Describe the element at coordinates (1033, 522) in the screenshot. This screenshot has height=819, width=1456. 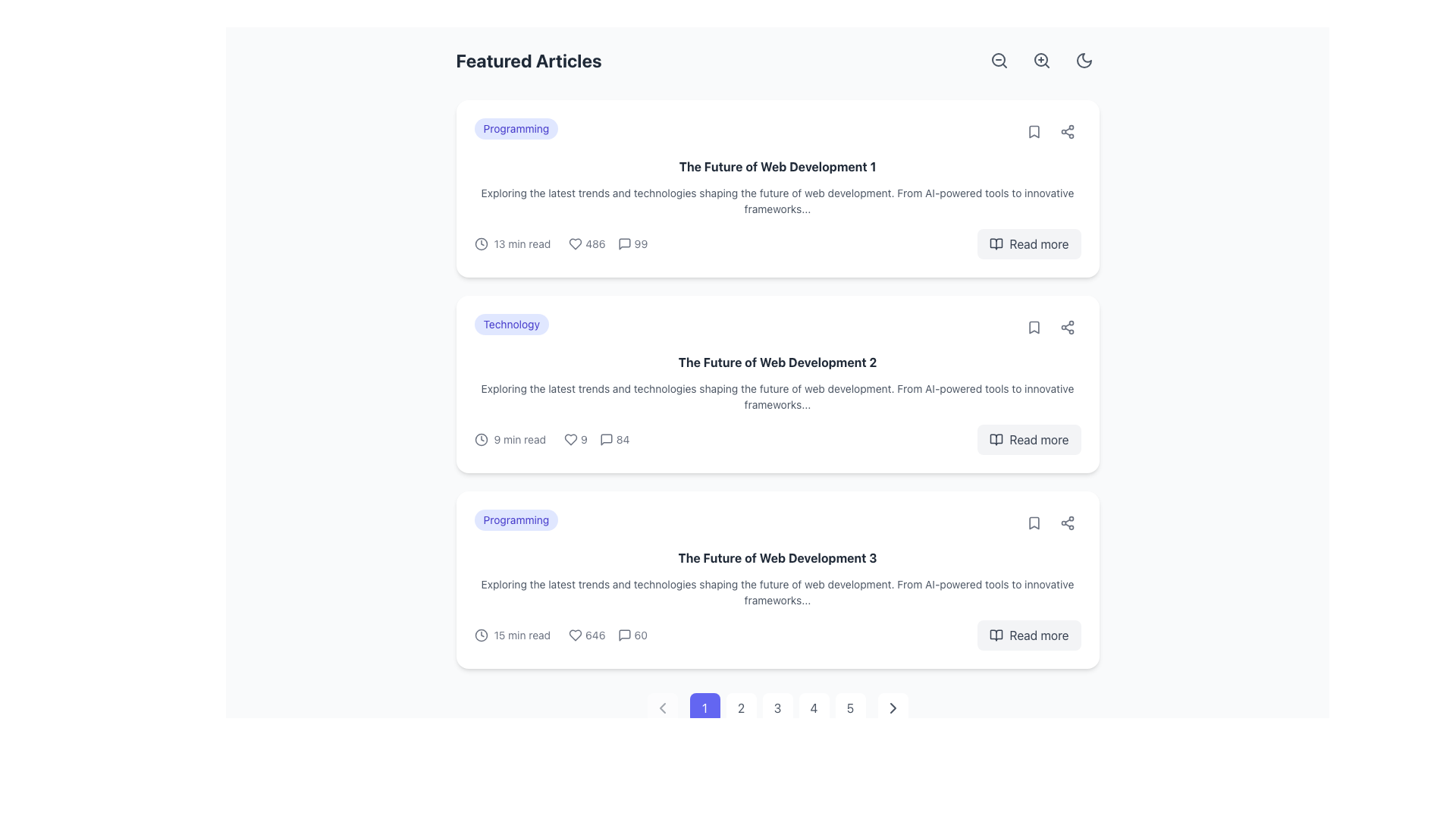
I see `the bookmark icon located at the top-right corner of the article card` at that location.